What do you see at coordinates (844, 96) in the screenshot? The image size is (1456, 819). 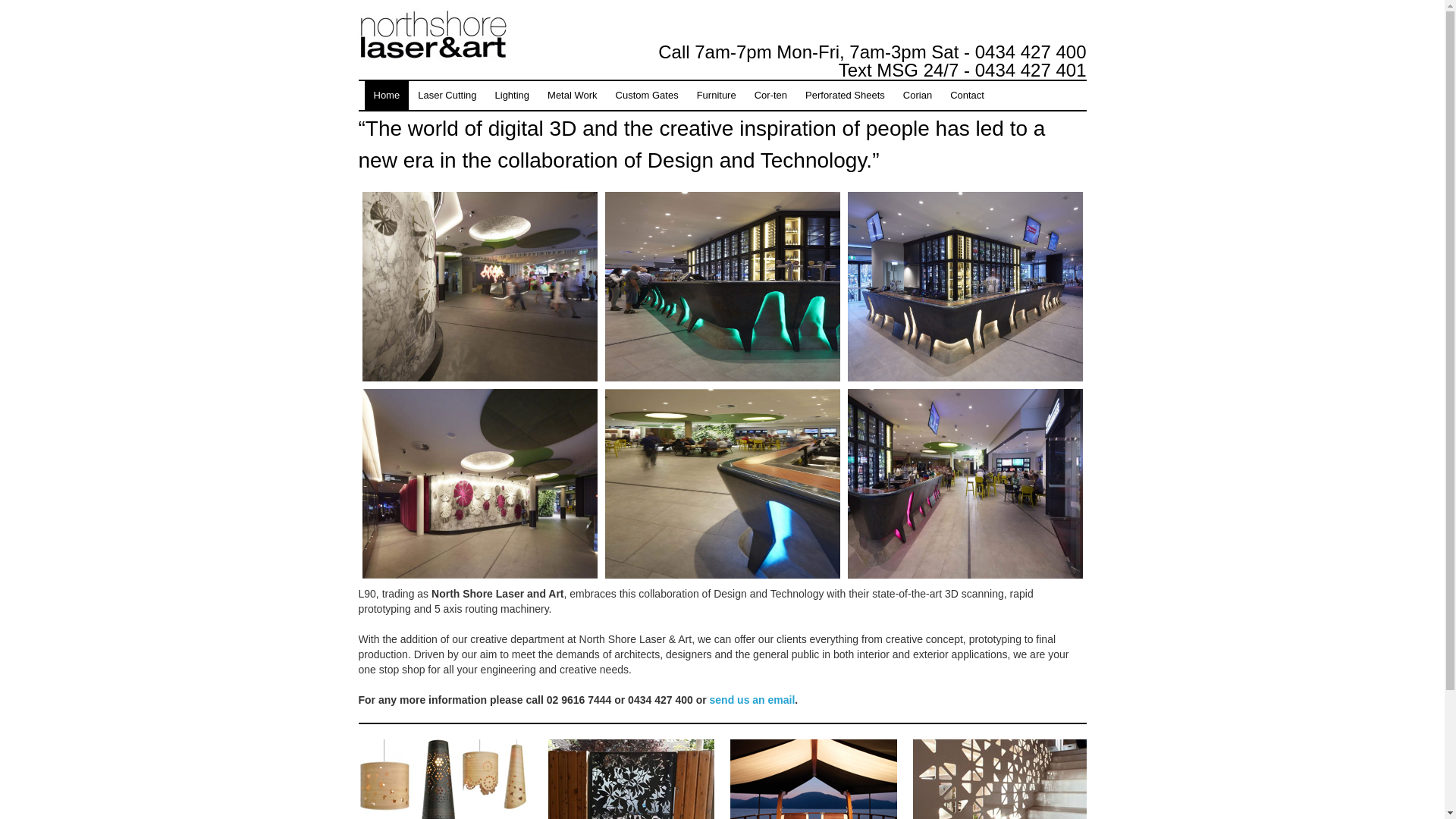 I see `'Perforated Sheets'` at bounding box center [844, 96].